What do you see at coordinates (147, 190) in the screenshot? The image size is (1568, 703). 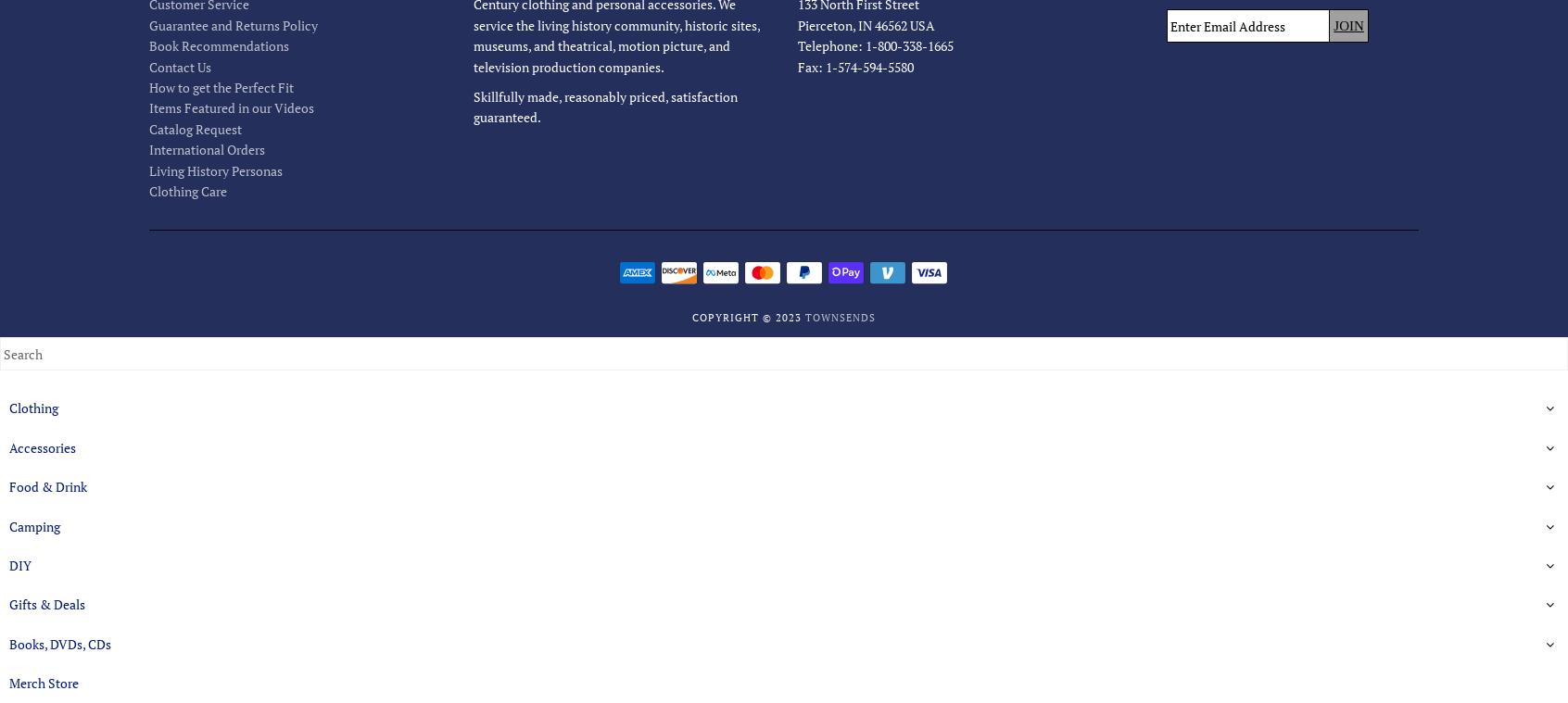 I see `'Clothing Care'` at bounding box center [147, 190].